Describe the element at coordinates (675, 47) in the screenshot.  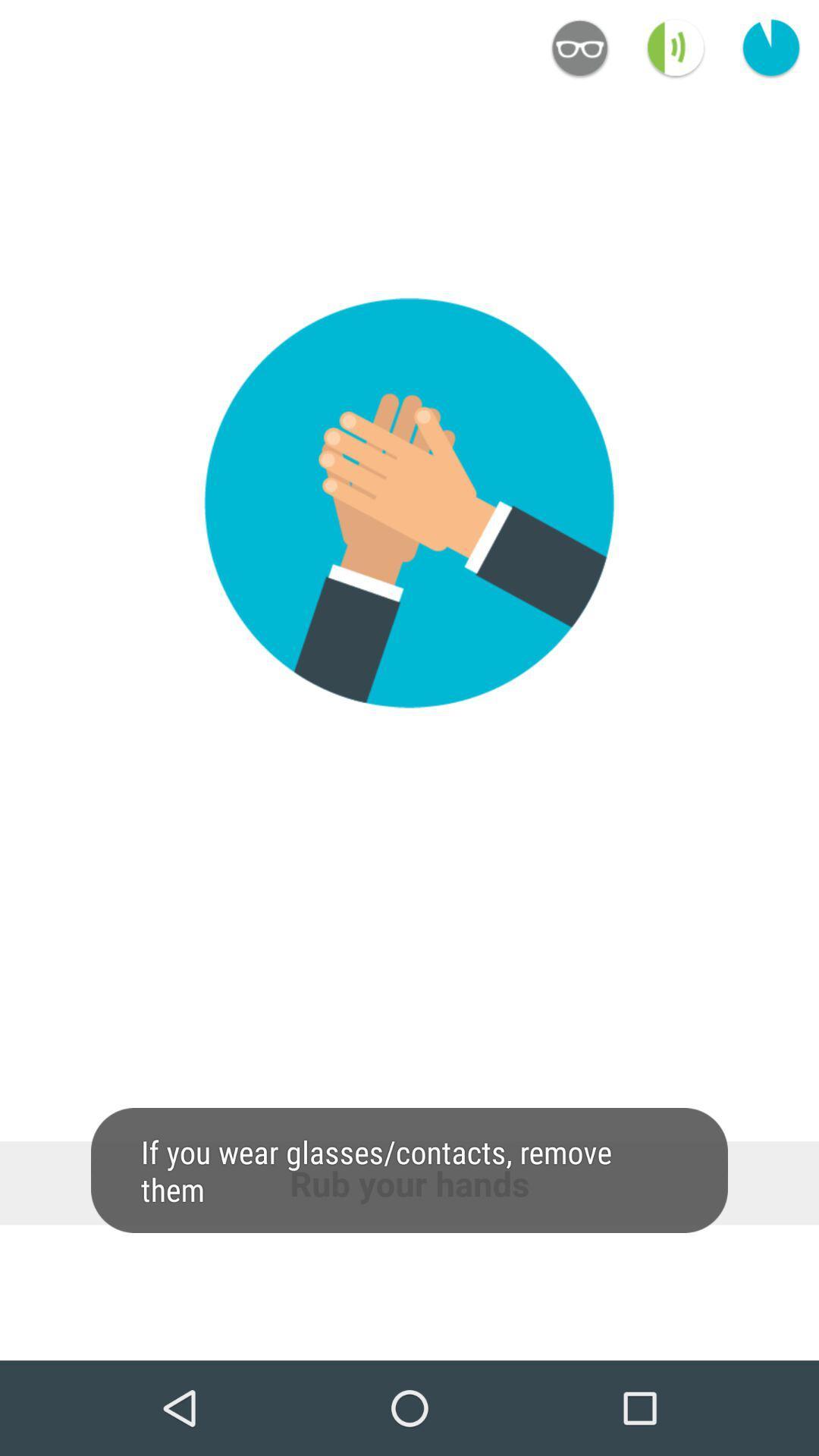
I see `the volume icon` at that location.